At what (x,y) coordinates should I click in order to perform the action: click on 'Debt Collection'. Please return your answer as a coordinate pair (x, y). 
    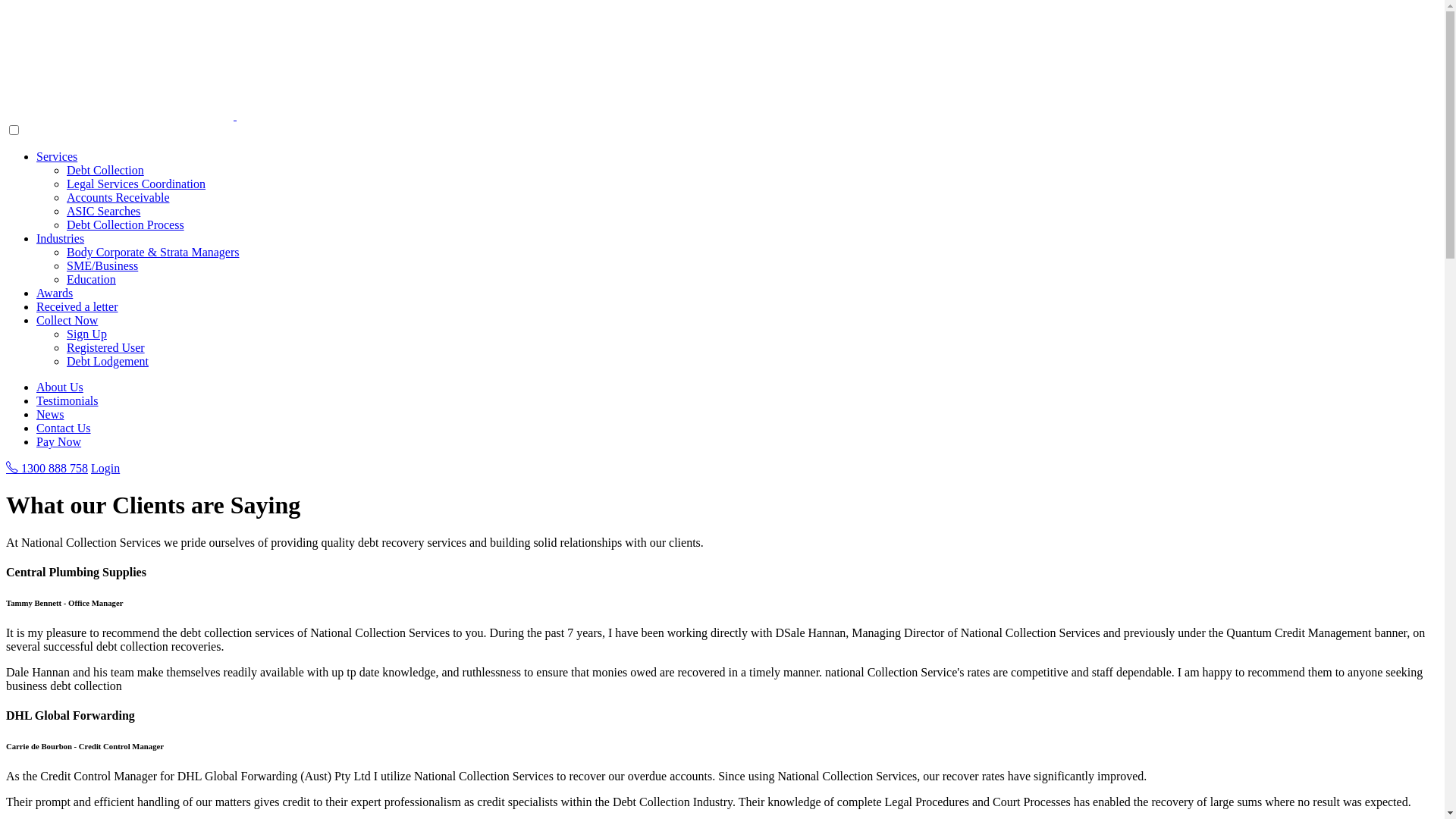
    Looking at the image, I should click on (105, 170).